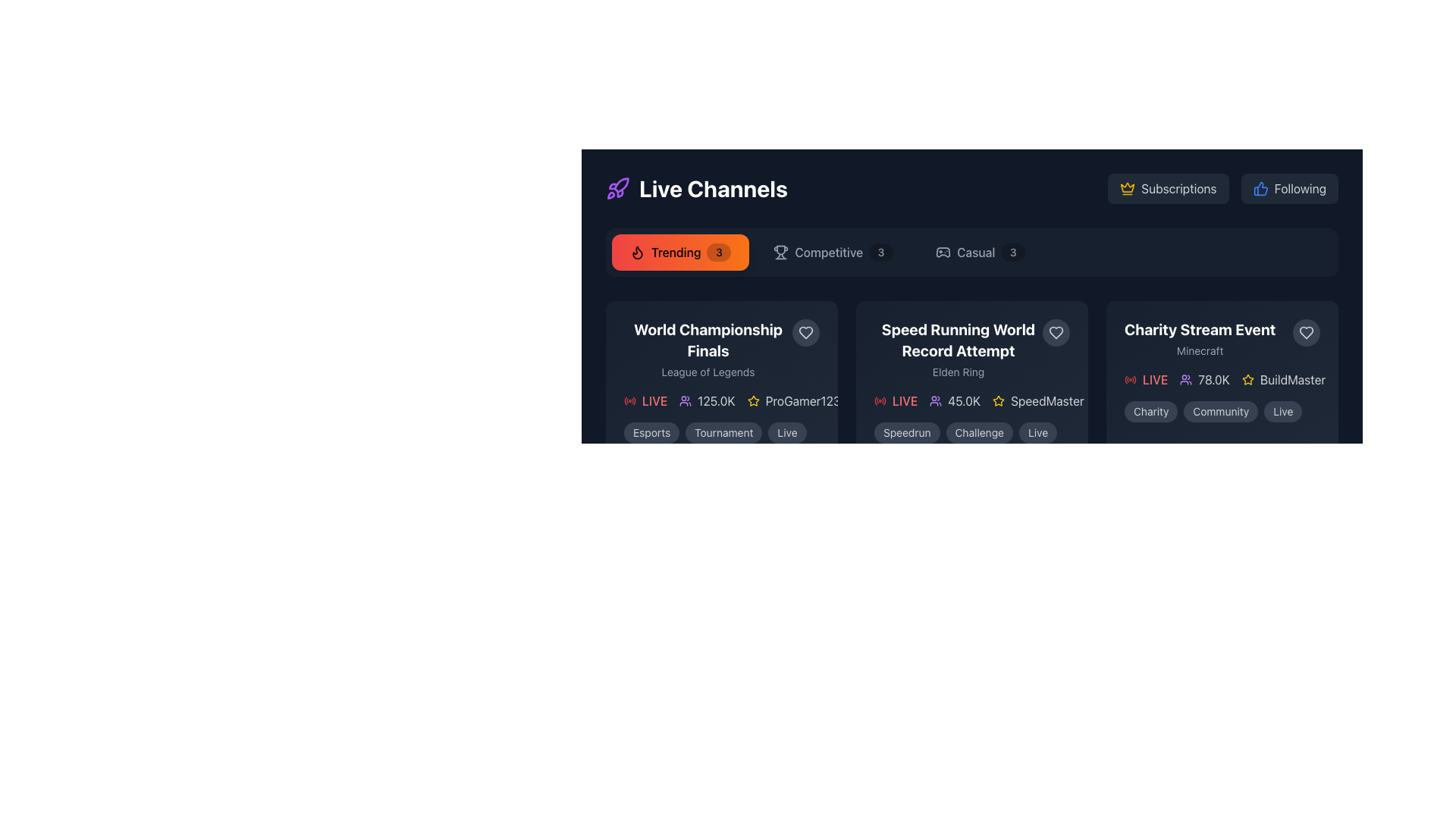 Image resolution: width=1456 pixels, height=819 pixels. I want to click on the displayed text '3' on the circular button-like badge with a semi-transparent black background, located to the right of the 'Casual' label, so click(1013, 251).